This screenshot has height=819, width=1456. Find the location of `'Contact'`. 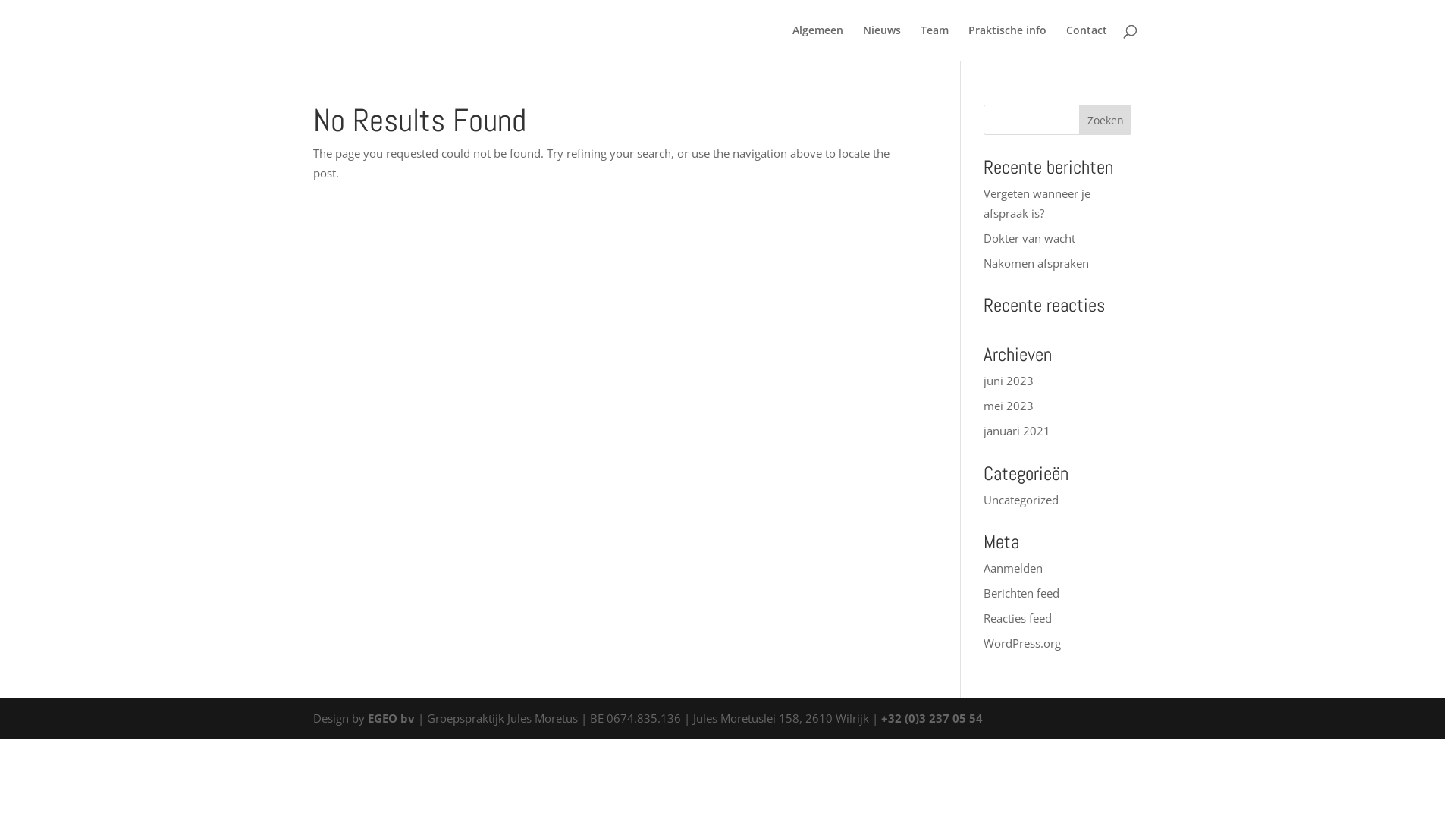

'Contact' is located at coordinates (1086, 42).